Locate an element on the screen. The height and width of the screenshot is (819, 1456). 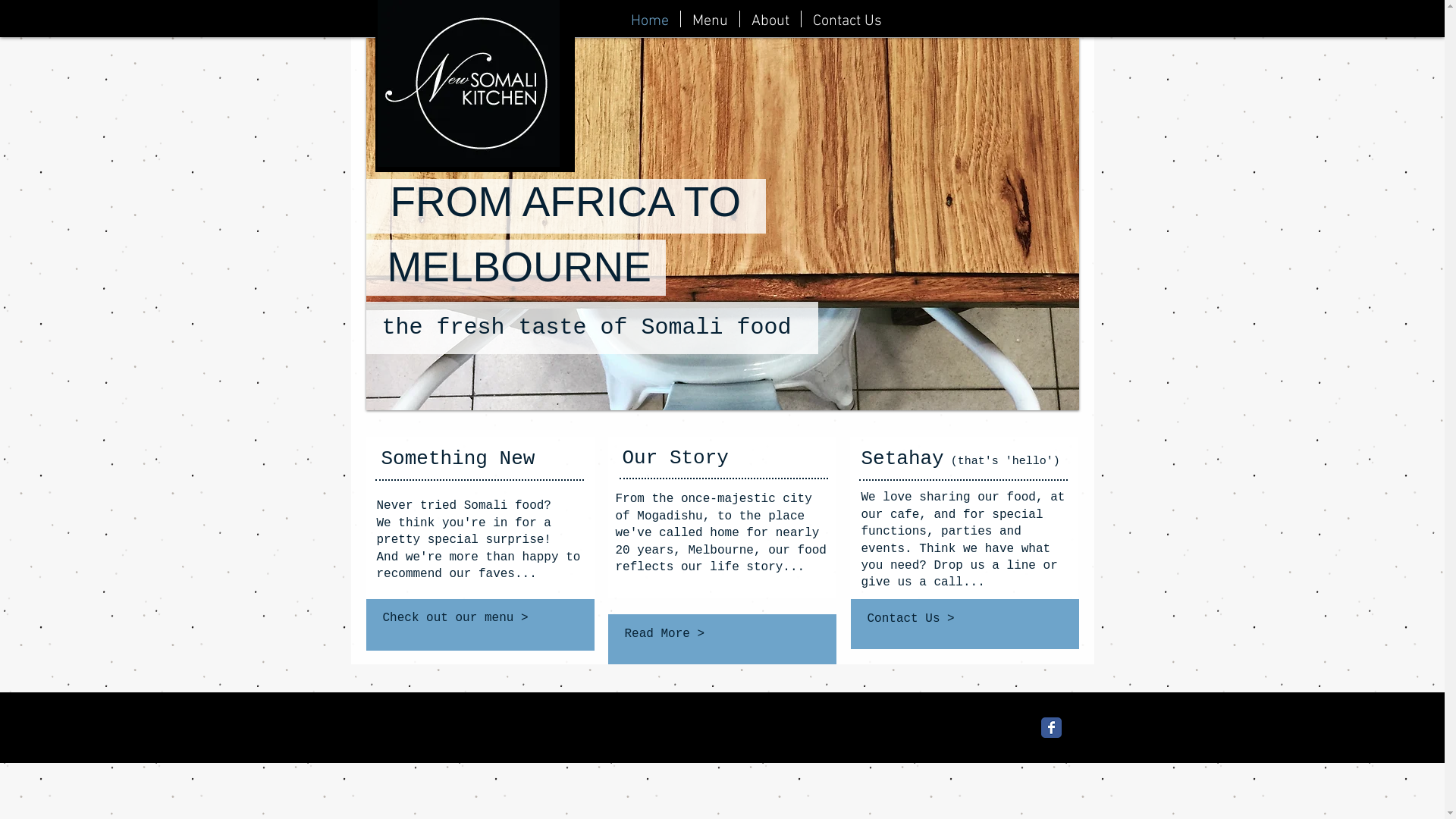
'Read More >' is located at coordinates (720, 634).